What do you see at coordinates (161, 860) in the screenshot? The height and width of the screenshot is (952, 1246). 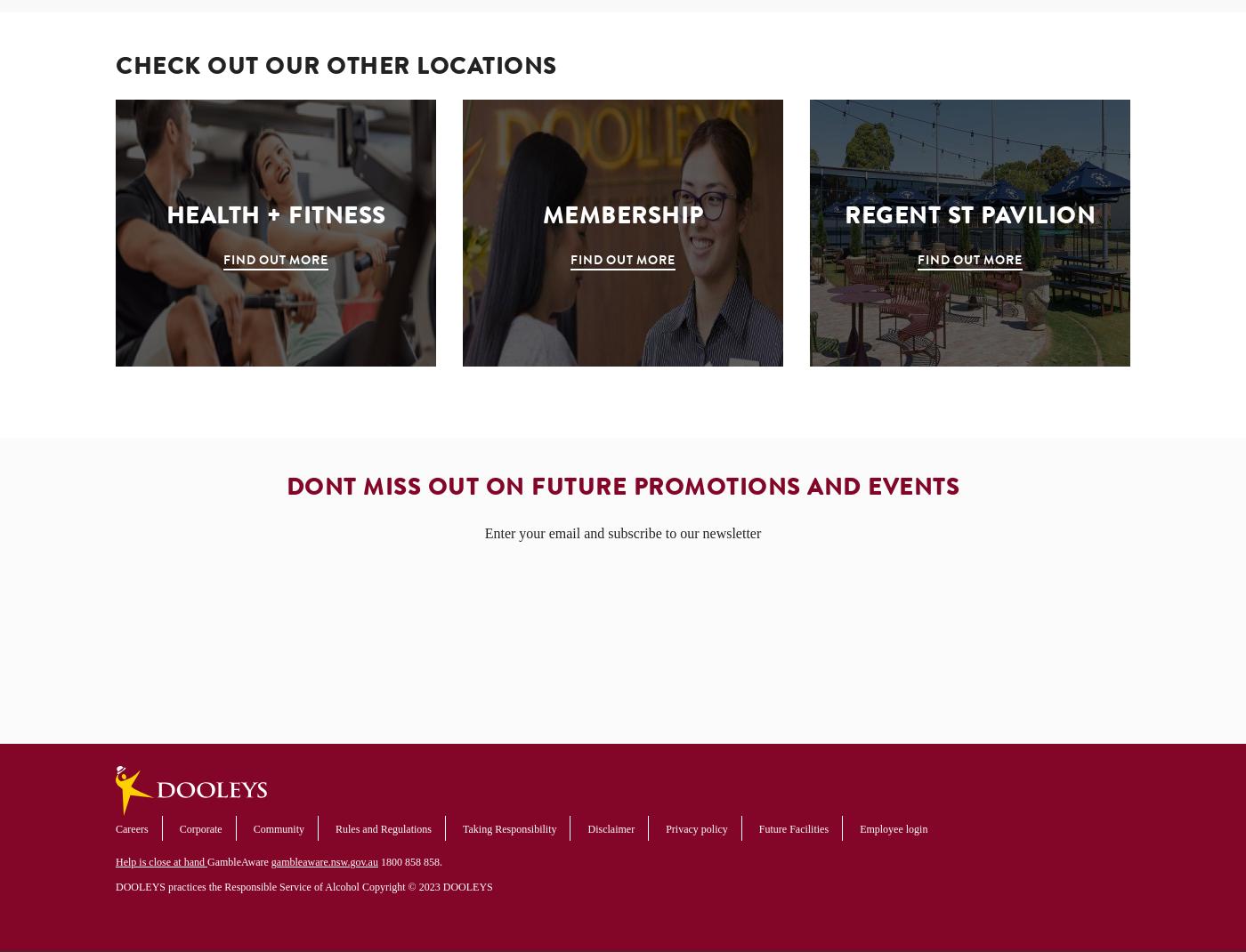 I see `'Help is close at hand'` at bounding box center [161, 860].